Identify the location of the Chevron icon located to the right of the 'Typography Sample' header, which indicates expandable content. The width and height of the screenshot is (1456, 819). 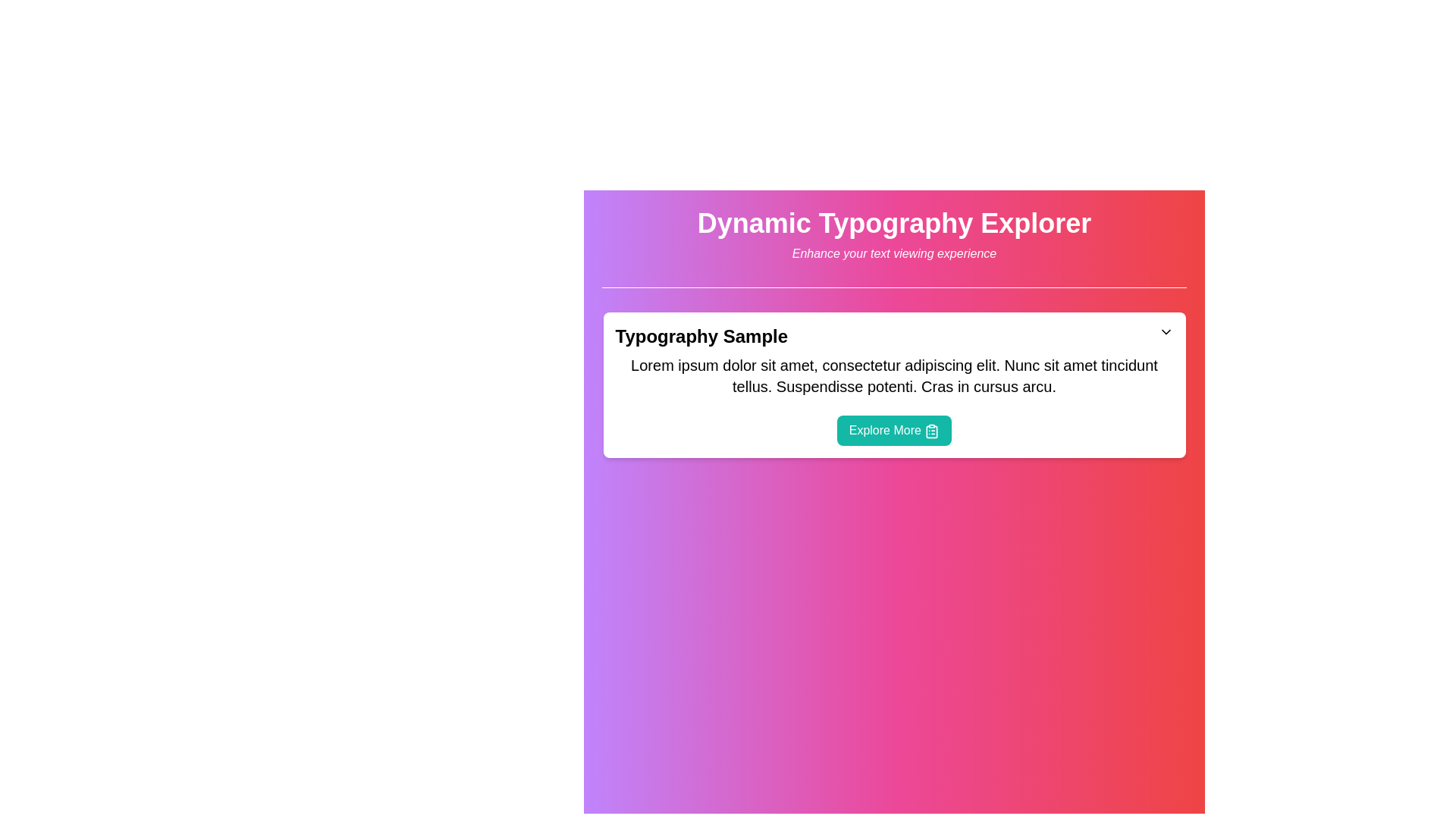
(1165, 331).